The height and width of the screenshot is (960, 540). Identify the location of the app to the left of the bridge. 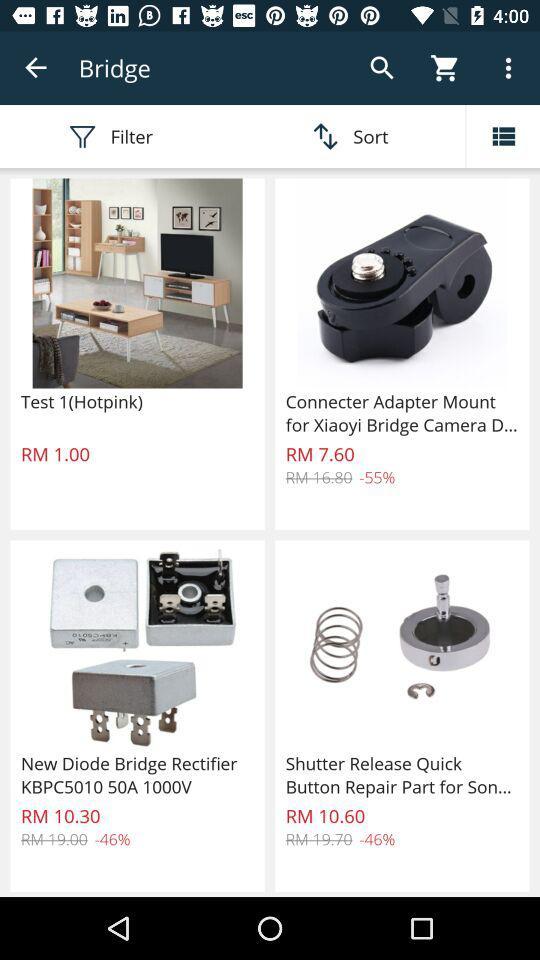
(36, 68).